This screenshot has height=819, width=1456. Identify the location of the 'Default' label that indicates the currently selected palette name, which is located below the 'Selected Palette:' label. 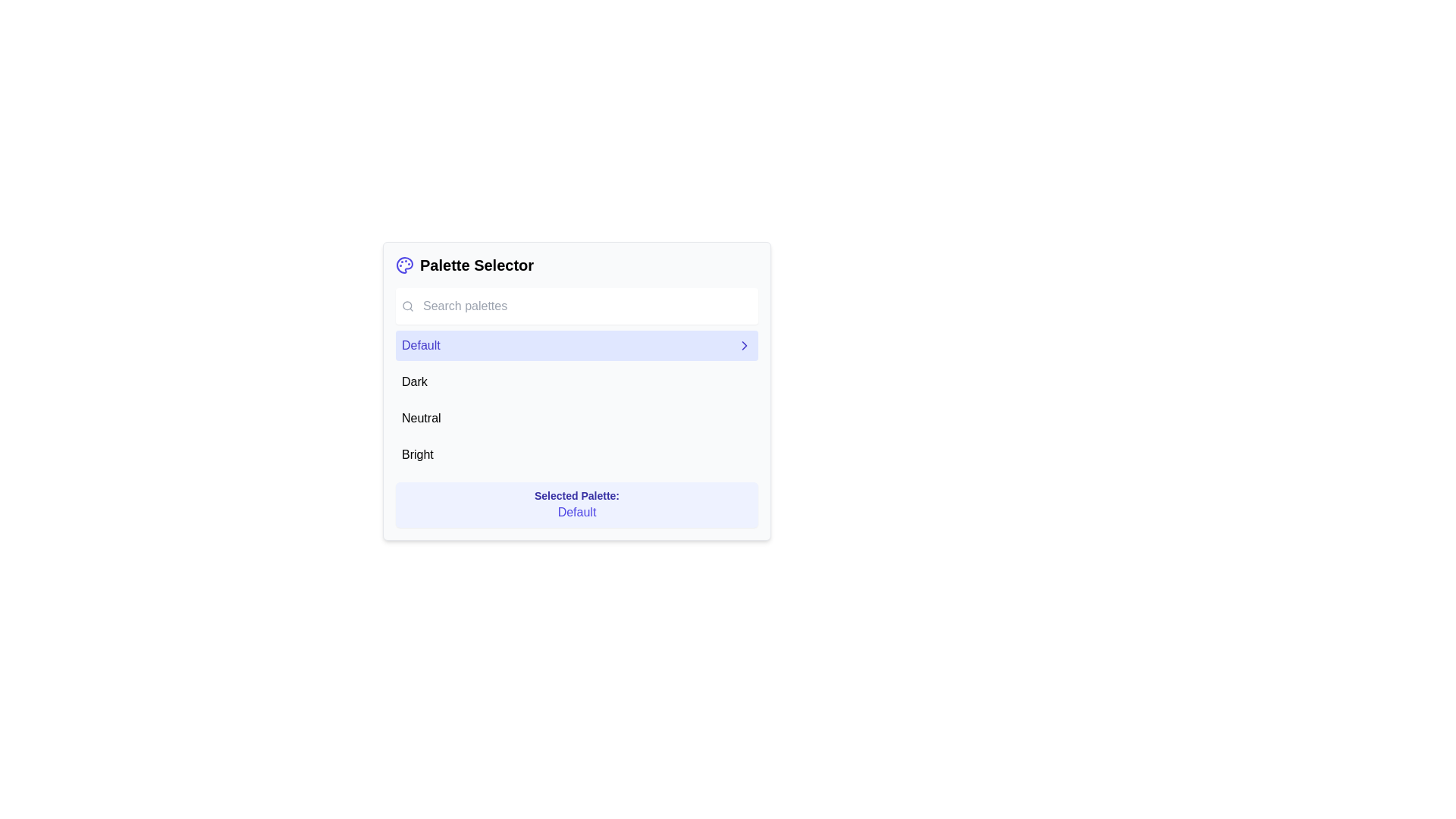
(576, 512).